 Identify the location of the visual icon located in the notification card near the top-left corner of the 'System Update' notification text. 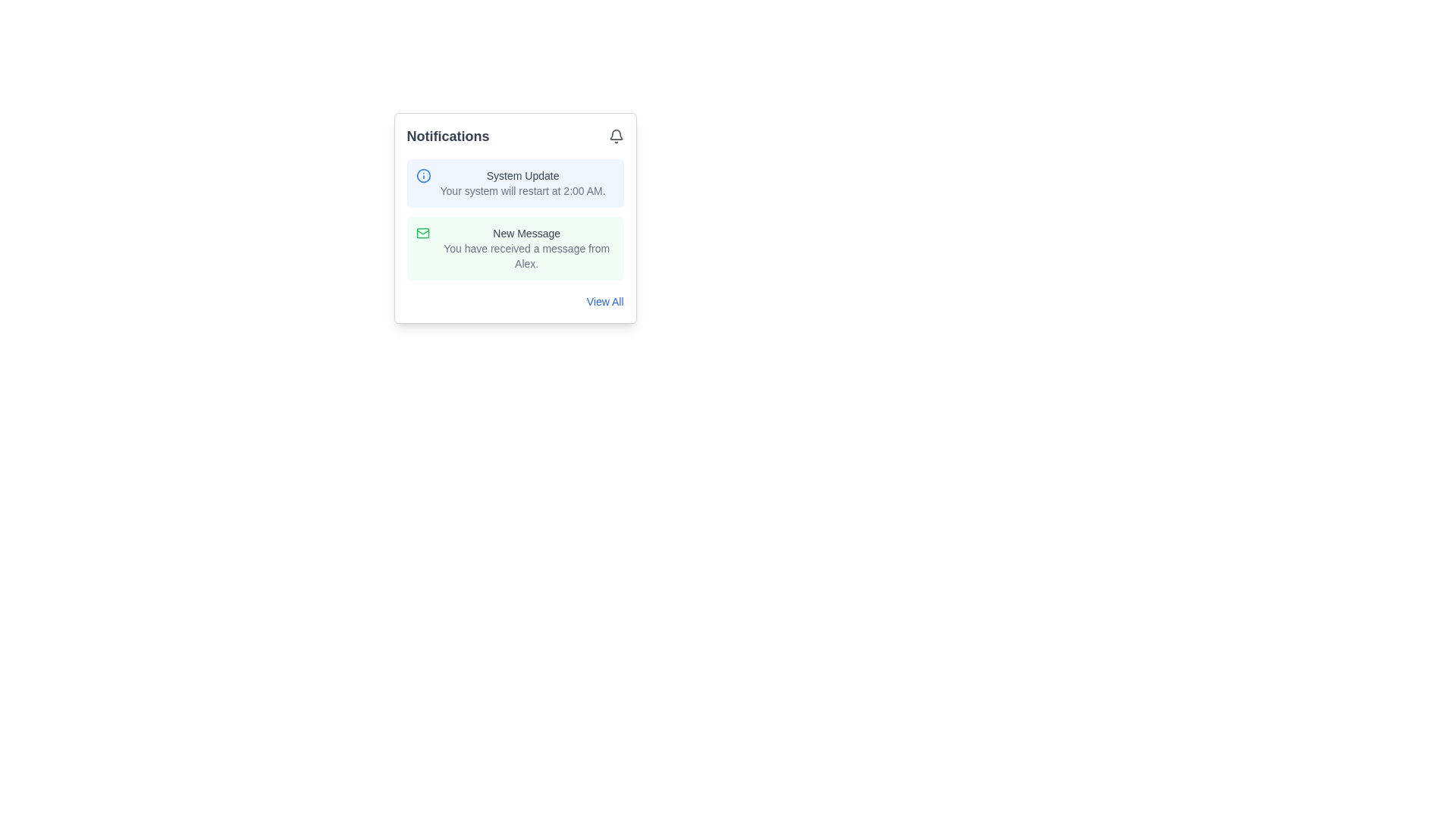
(423, 174).